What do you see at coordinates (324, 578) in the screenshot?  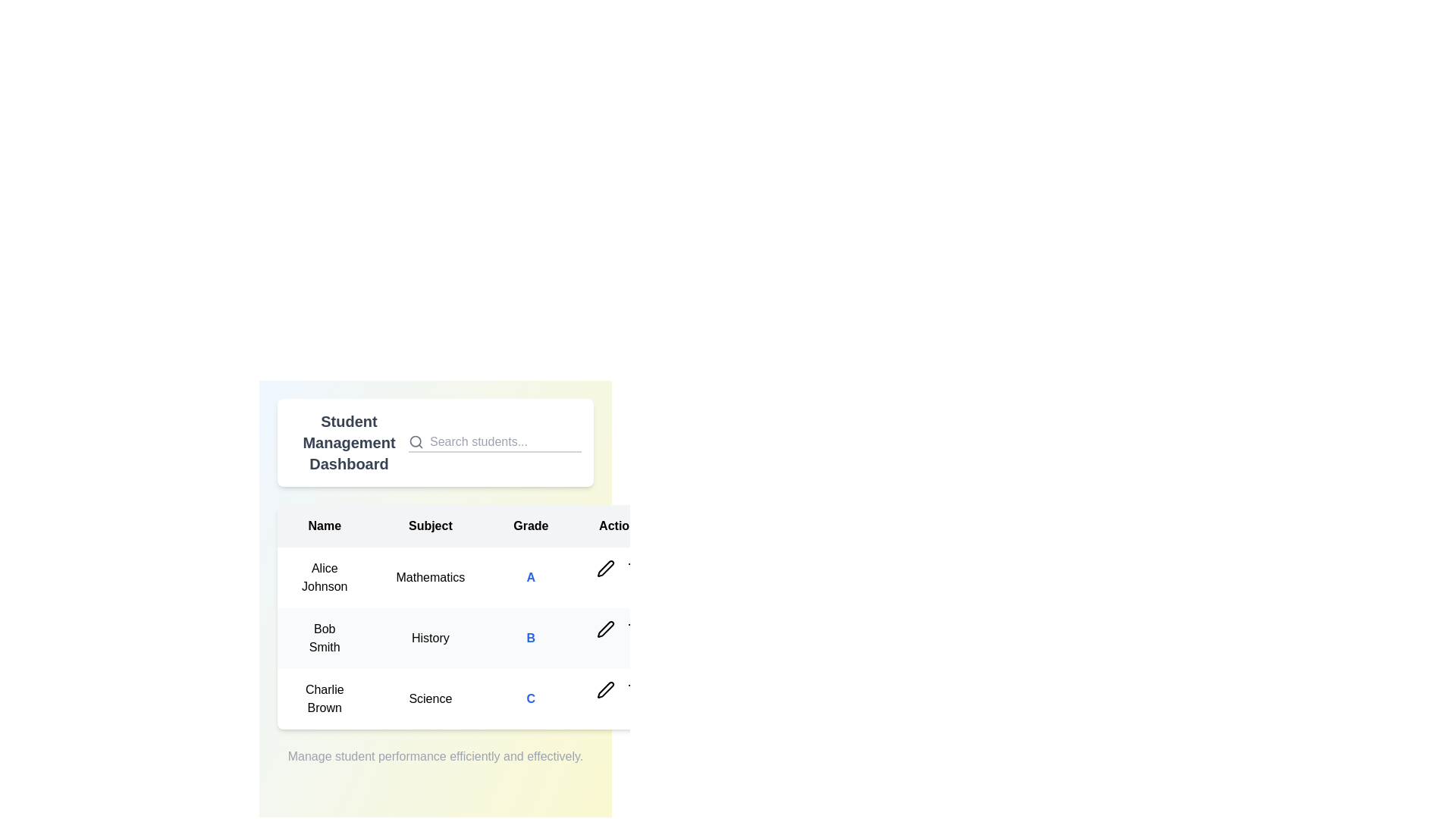 I see `the text display element showing 'Alice Johnson' in the first row of the table under the 'Name' column` at bounding box center [324, 578].